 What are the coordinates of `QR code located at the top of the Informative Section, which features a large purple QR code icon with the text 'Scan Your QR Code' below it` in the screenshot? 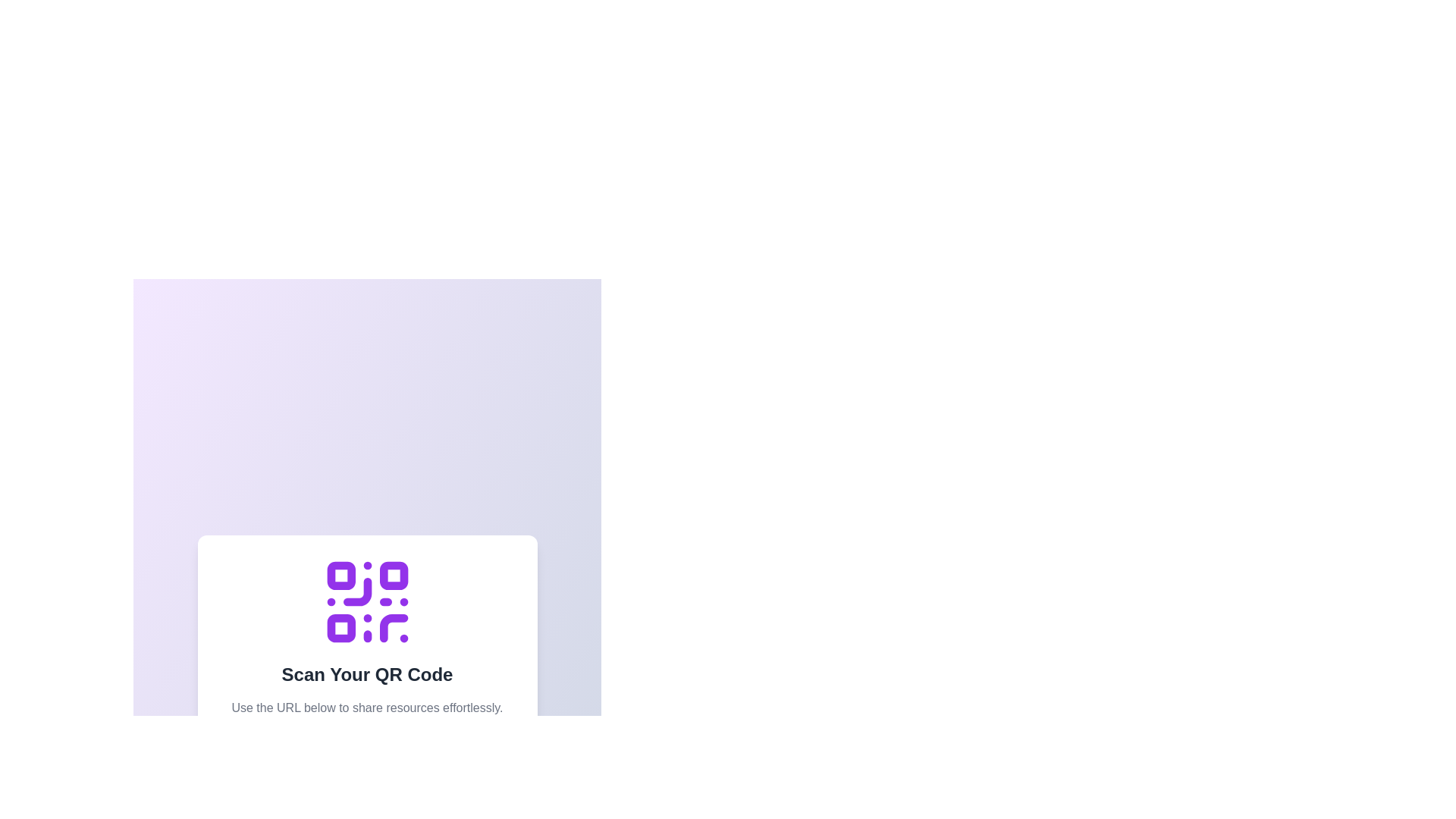 It's located at (367, 635).